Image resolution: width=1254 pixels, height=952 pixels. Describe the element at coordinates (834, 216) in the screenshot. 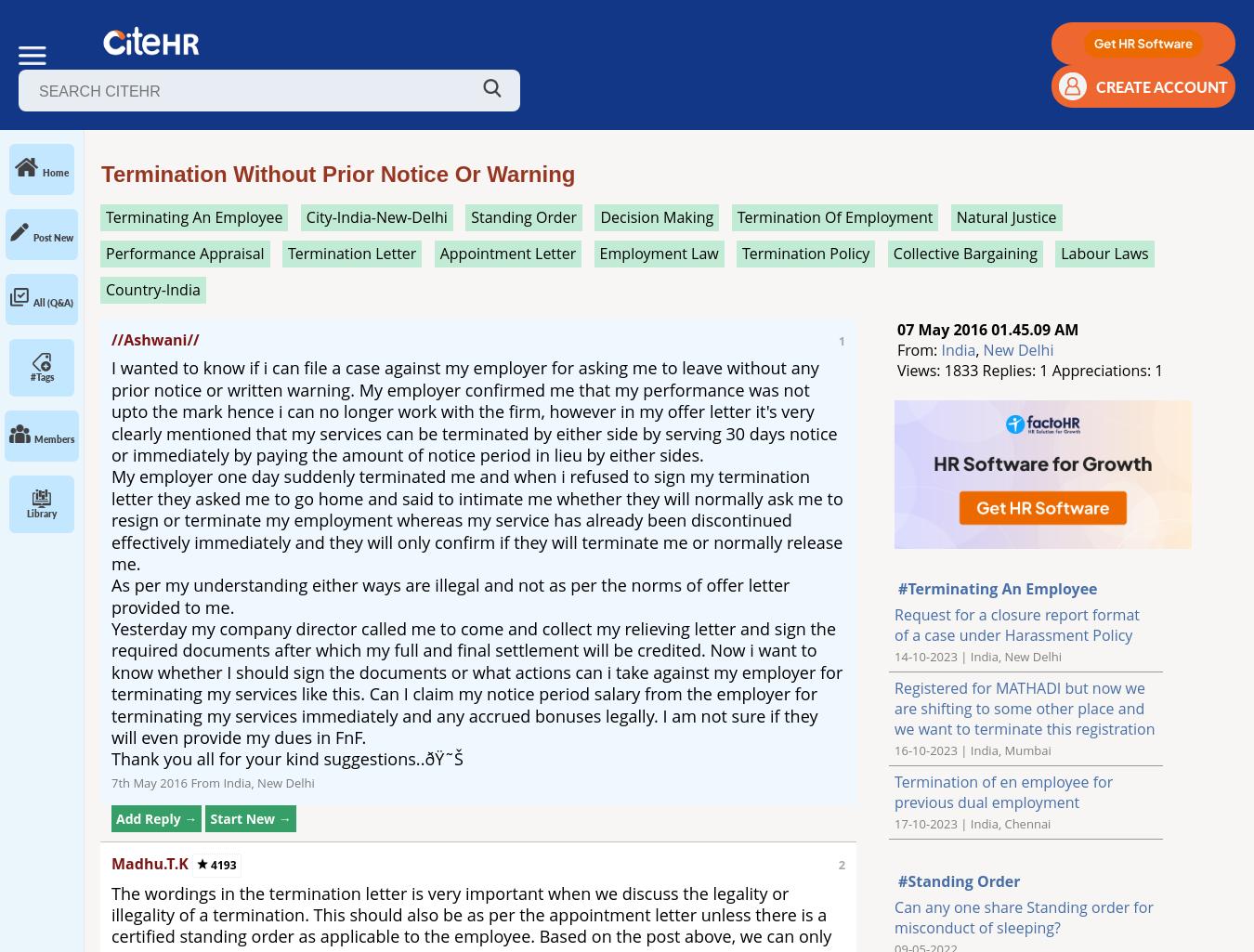

I see `'termination of employment'` at that location.